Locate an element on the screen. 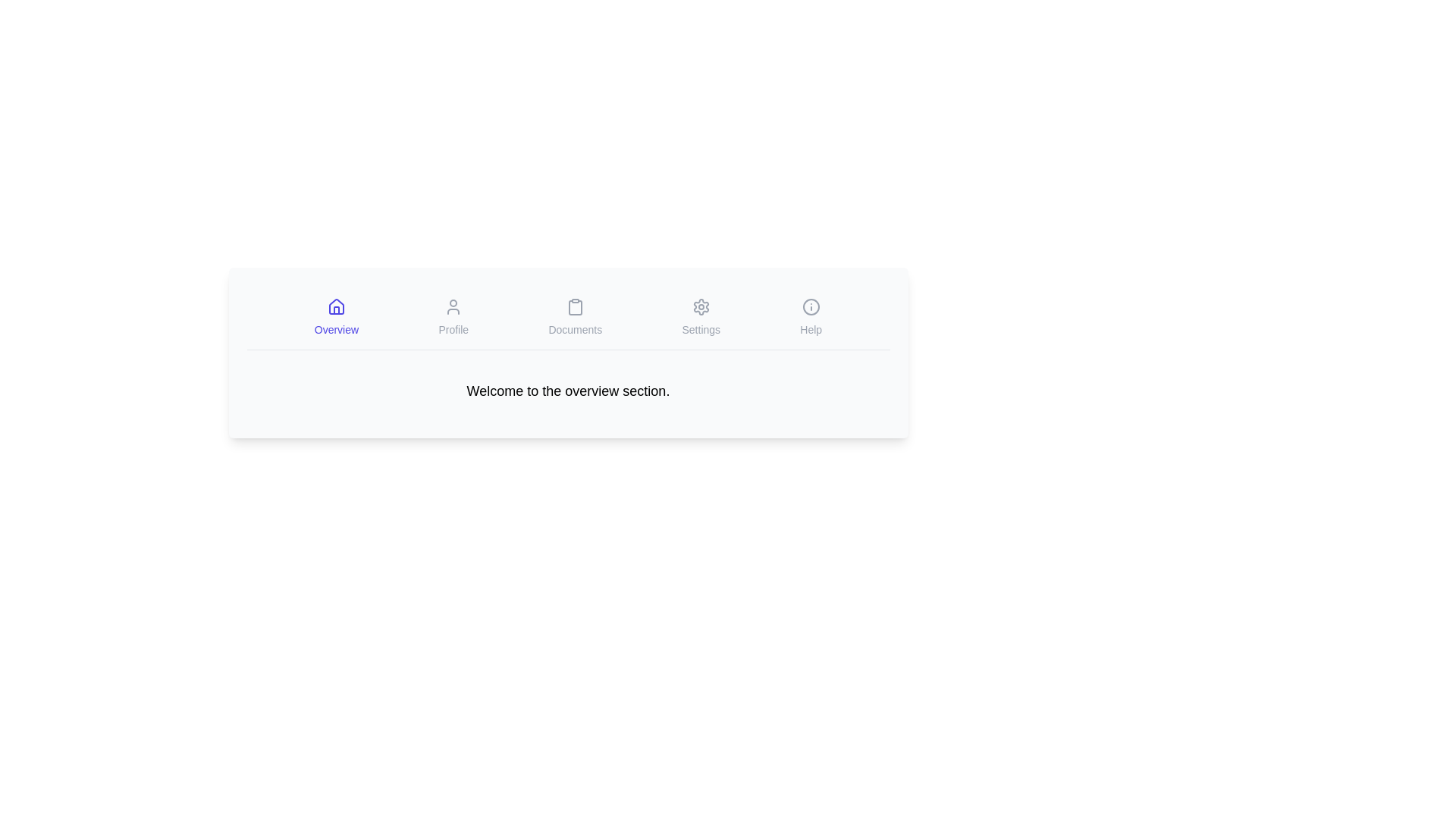 This screenshot has height=819, width=1456. the navigation button labeled 'Settings' with a gear-shaped icon is located at coordinates (700, 317).